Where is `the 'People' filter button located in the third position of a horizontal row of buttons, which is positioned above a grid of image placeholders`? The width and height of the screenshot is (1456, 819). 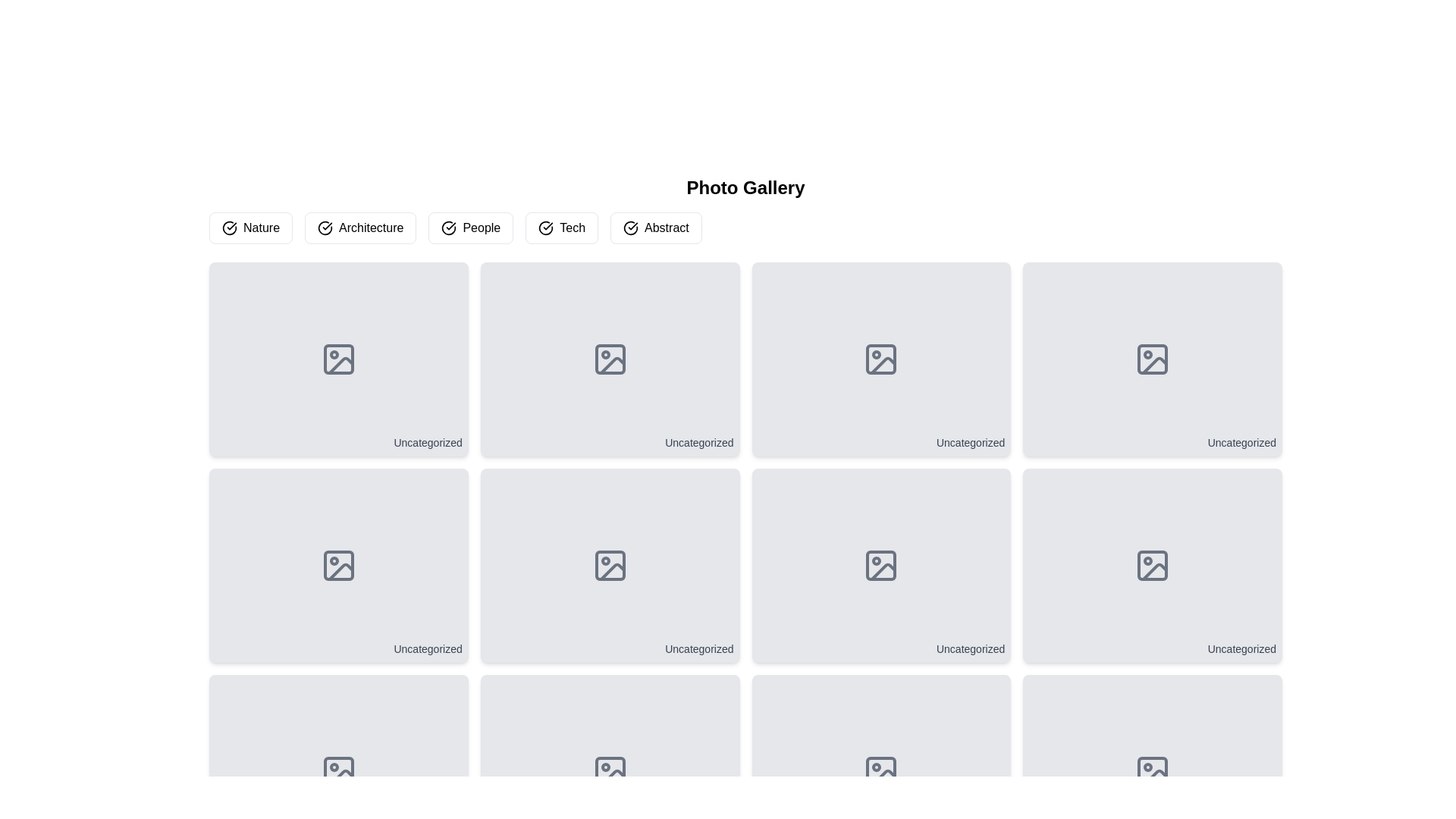 the 'People' filter button located in the third position of a horizontal row of buttons, which is positioned above a grid of image placeholders is located at coordinates (470, 227).